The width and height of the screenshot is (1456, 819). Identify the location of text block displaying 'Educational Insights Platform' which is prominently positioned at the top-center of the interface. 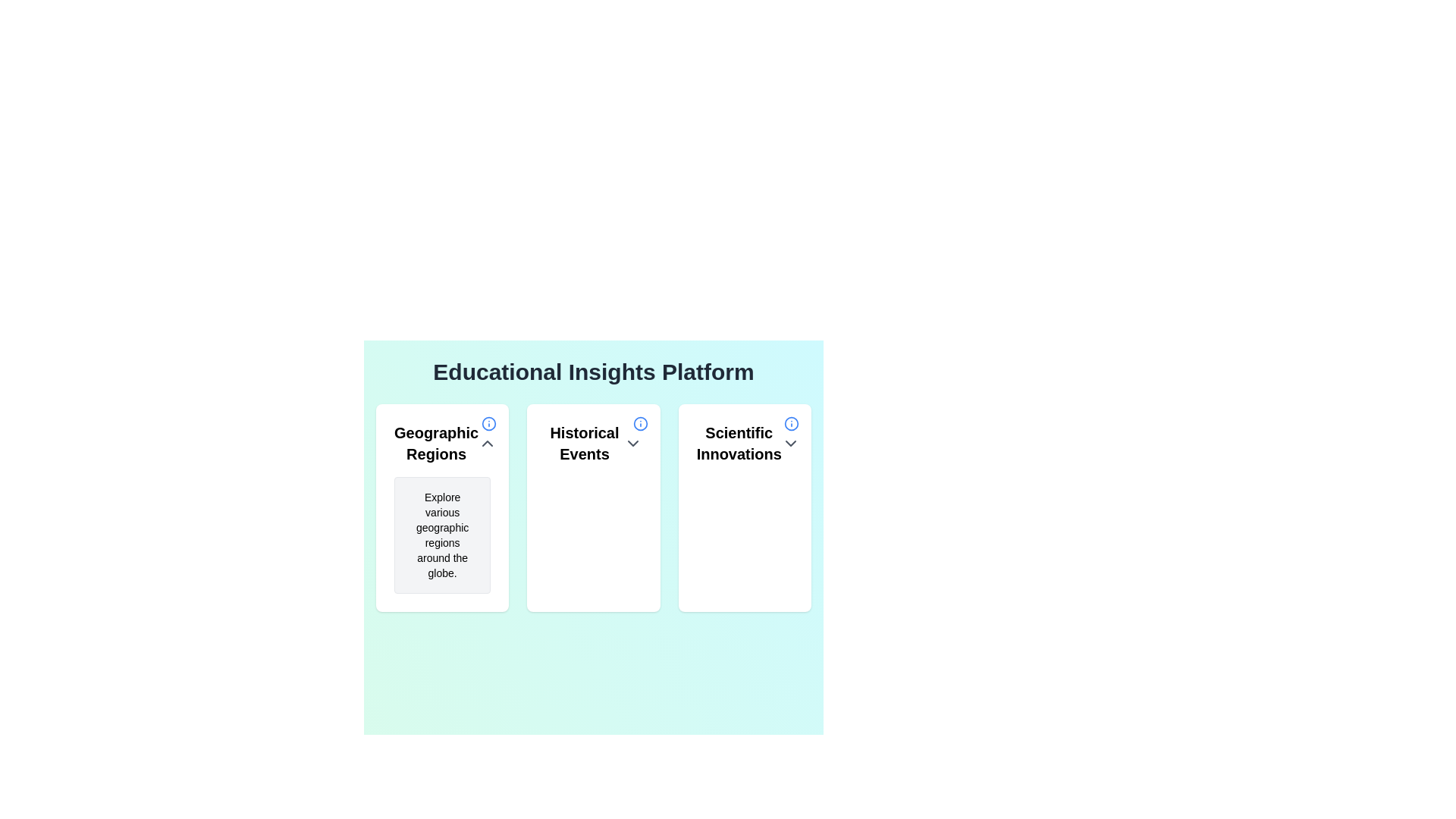
(592, 372).